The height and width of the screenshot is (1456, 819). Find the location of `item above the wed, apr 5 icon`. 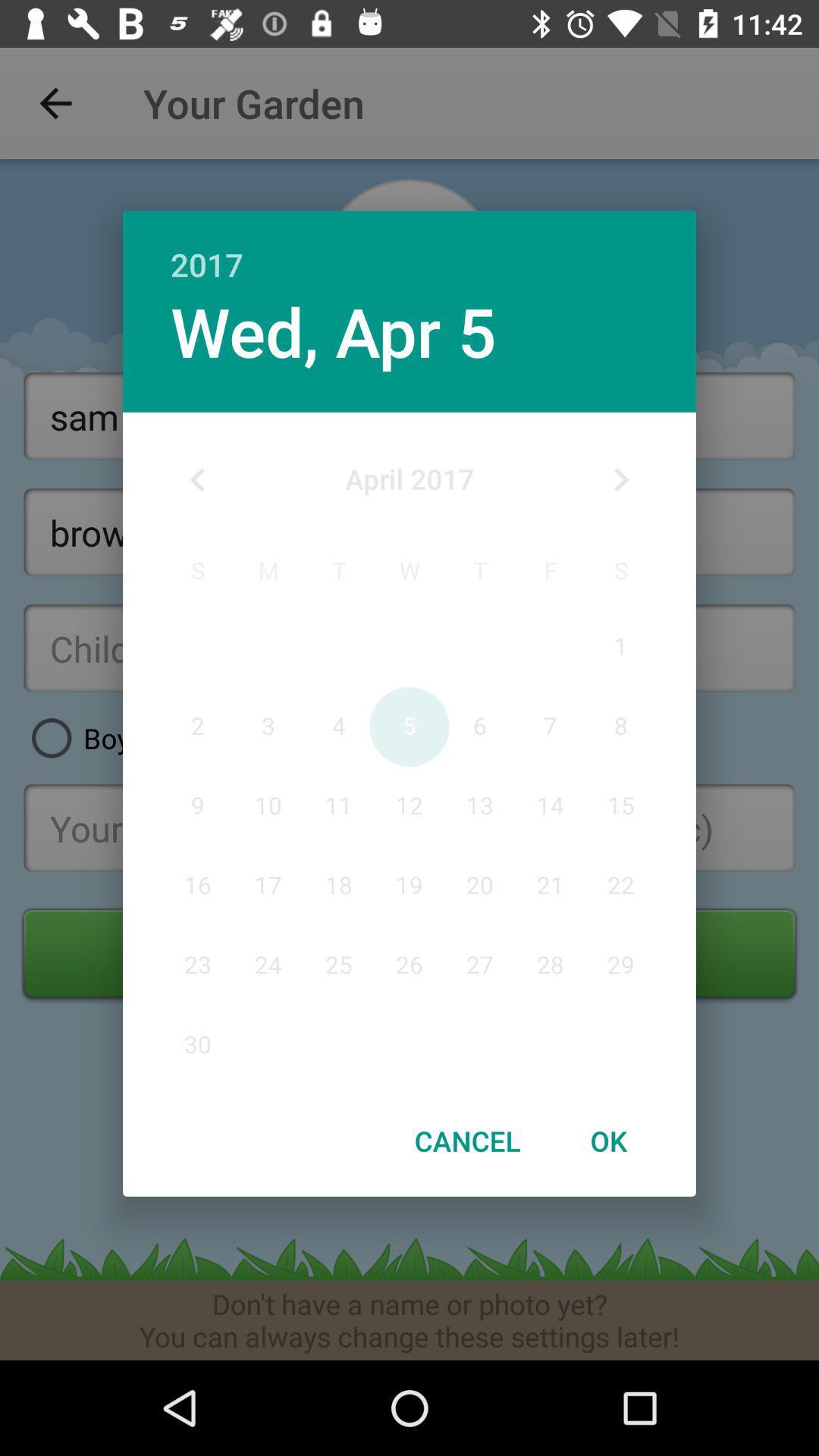

item above the wed, apr 5 icon is located at coordinates (409, 248).